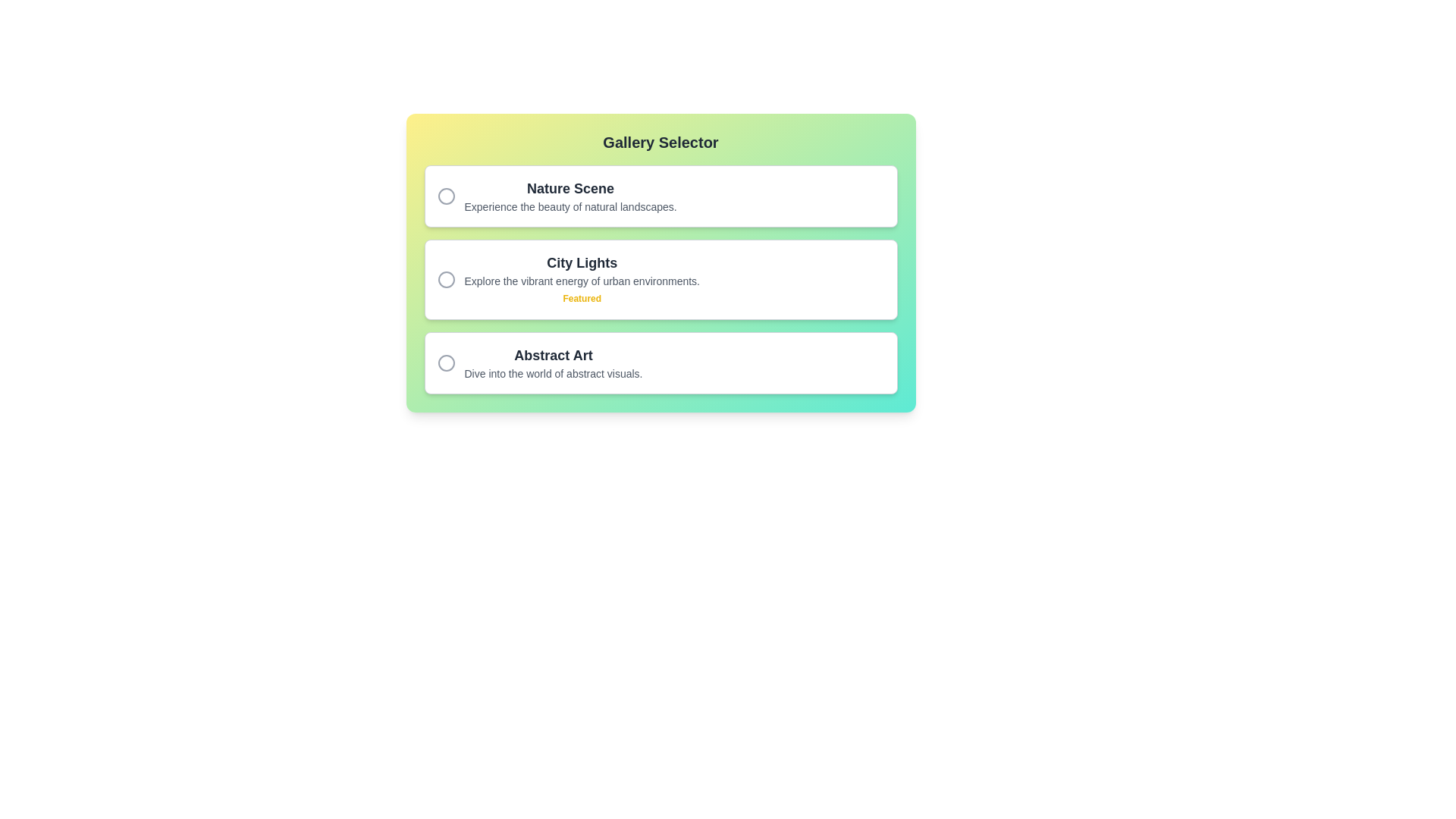 Image resolution: width=1456 pixels, height=819 pixels. I want to click on the selectable radio button for the 'City Lights' option in the 'Gallery Selector', so click(445, 280).